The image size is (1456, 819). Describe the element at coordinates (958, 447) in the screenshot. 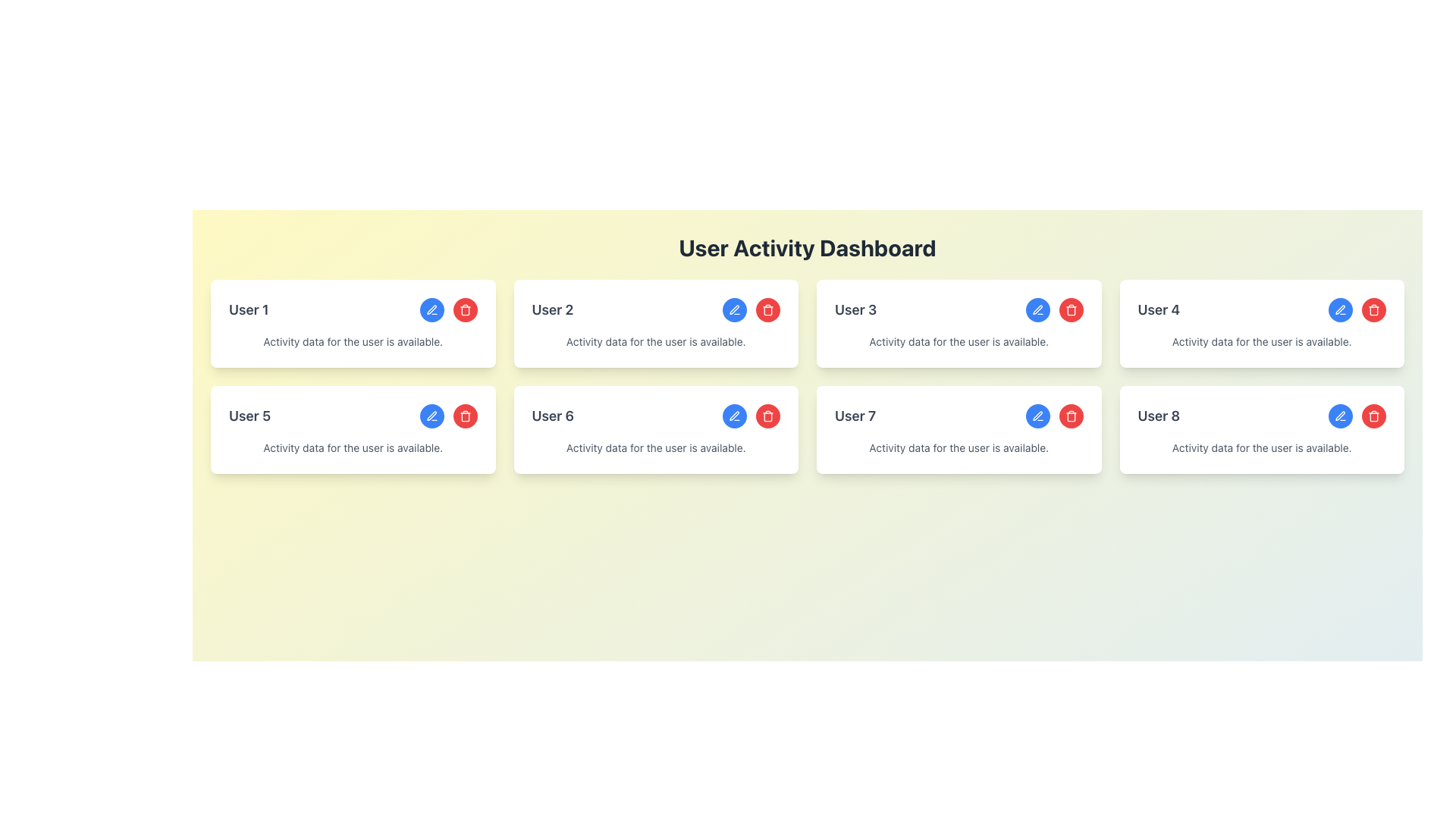

I see `information displayed in the text label that indicates the availability of user activity data for 'User 7', located in the bottom half of the card in the second row, fourth column of the grid layout` at that location.